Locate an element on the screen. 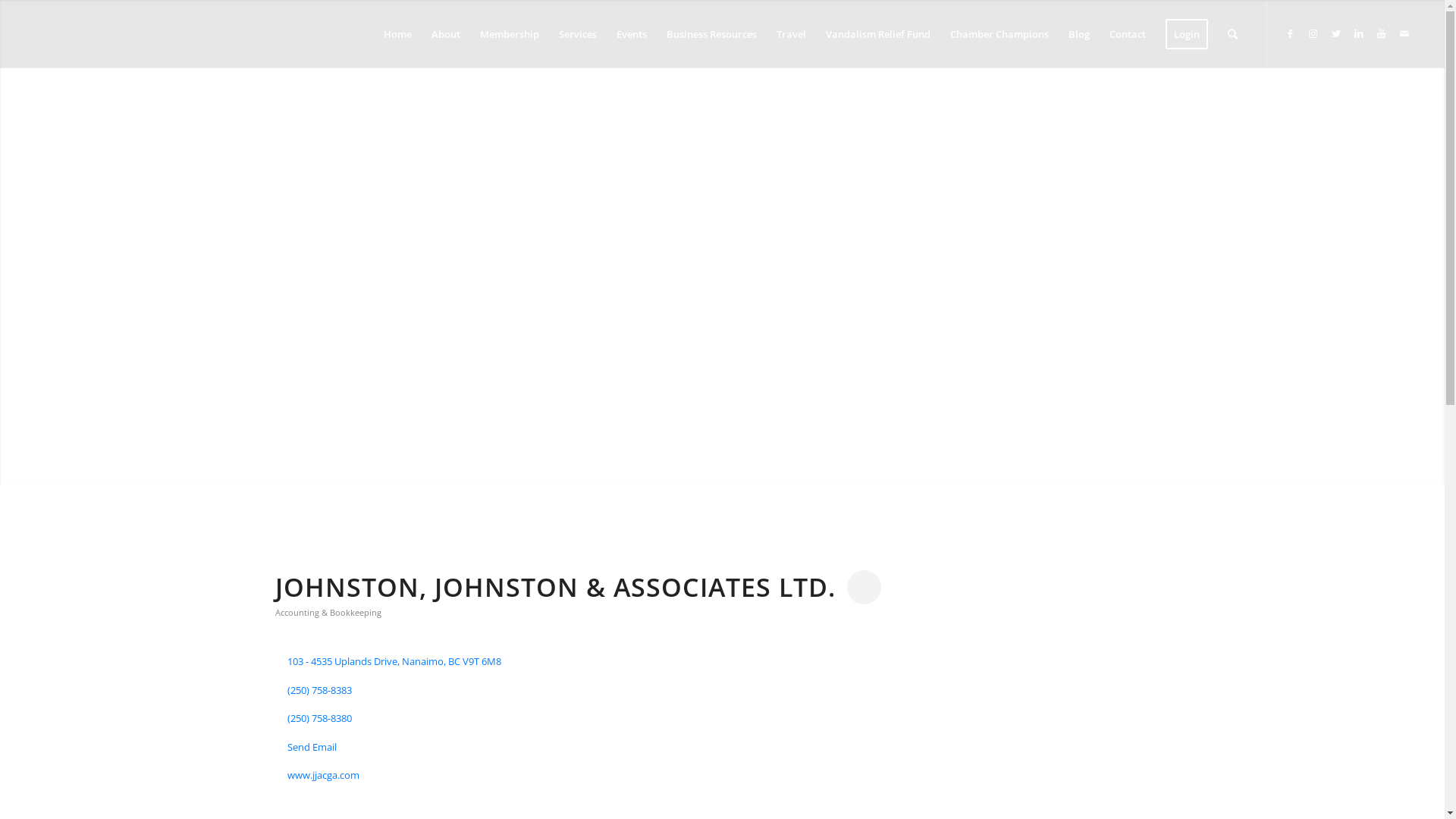  'Services' is located at coordinates (548, 34).